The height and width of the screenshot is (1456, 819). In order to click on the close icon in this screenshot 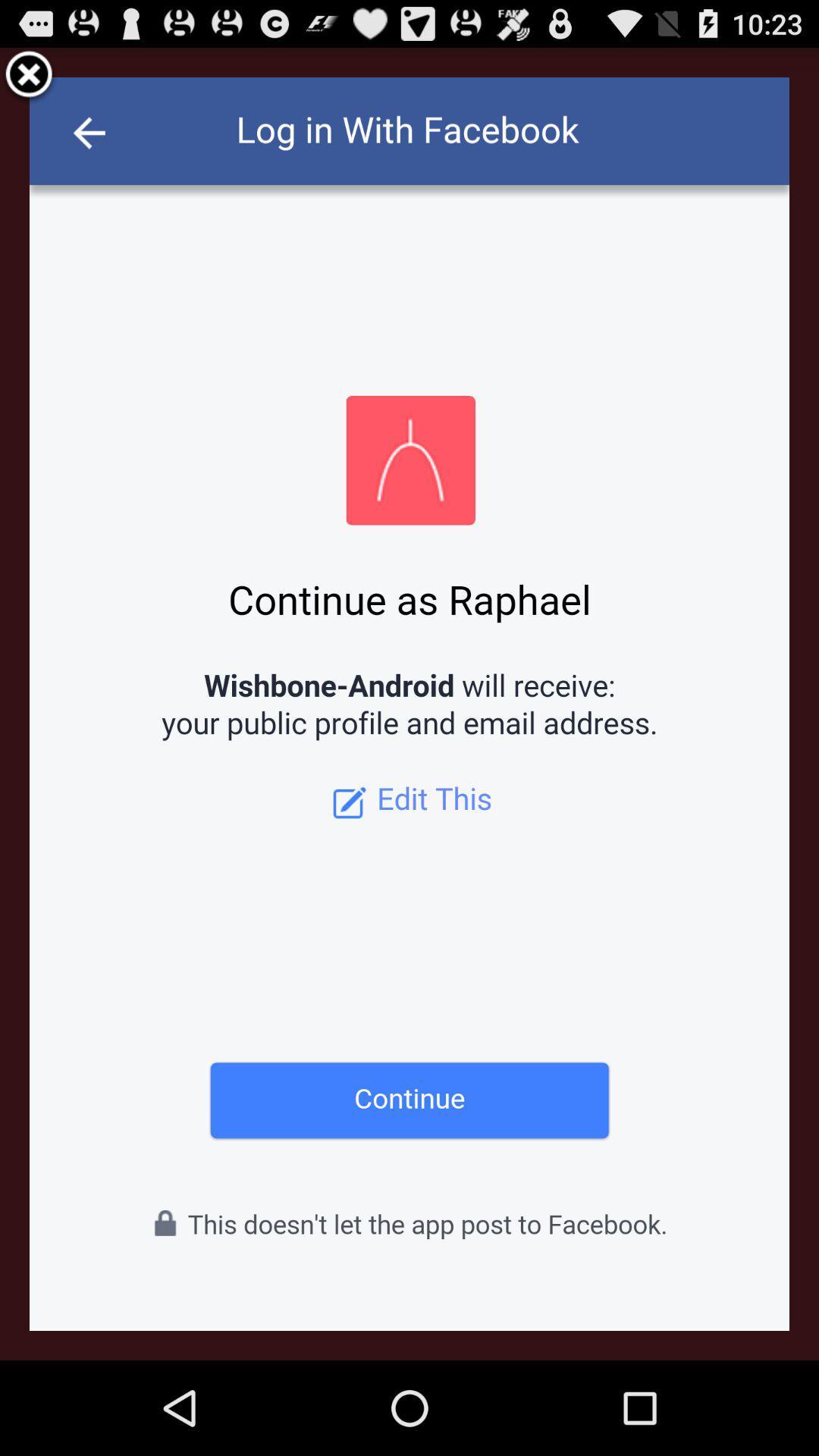, I will do `click(29, 81)`.